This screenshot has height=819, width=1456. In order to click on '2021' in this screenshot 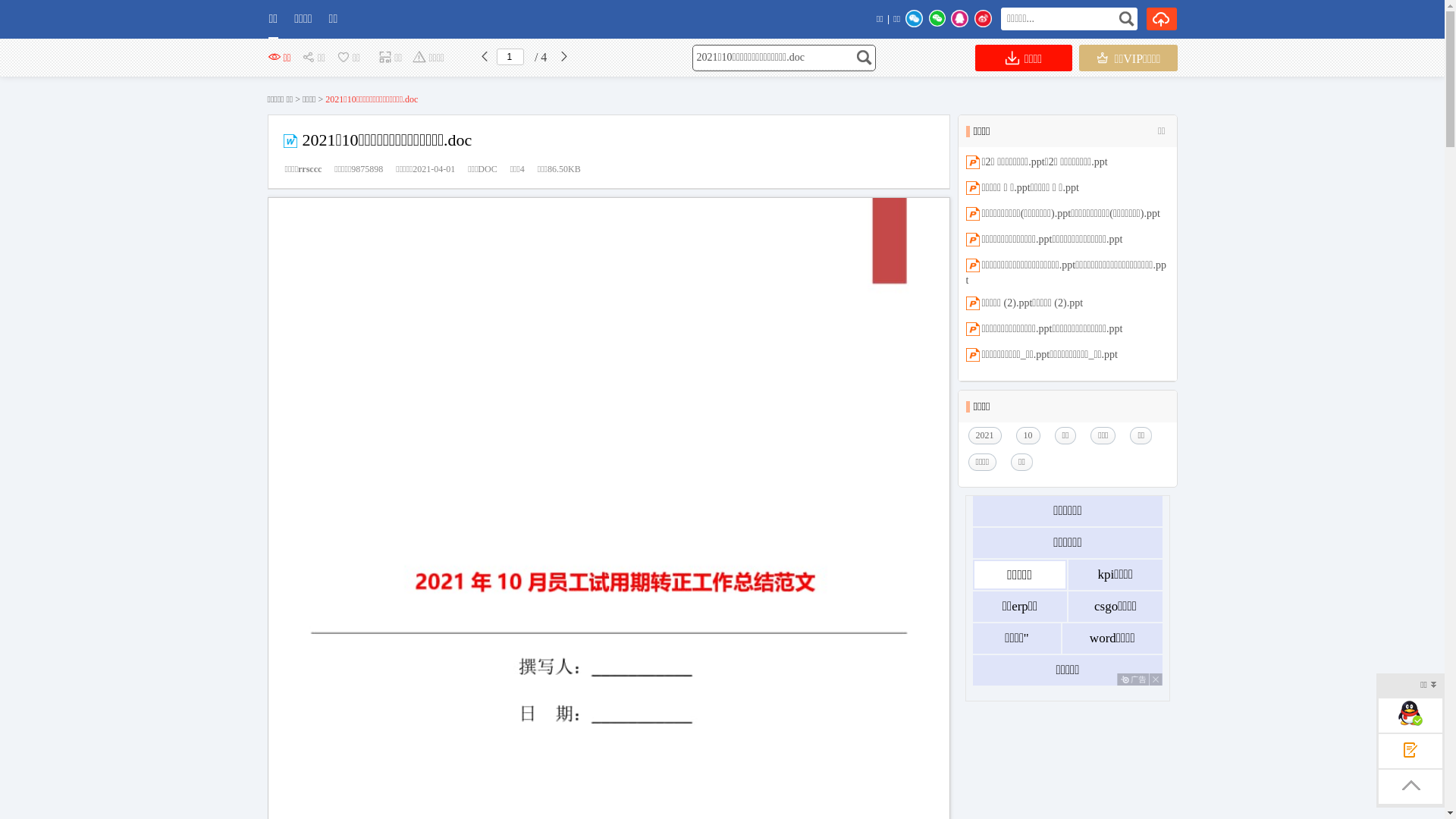, I will do `click(987, 435)`.